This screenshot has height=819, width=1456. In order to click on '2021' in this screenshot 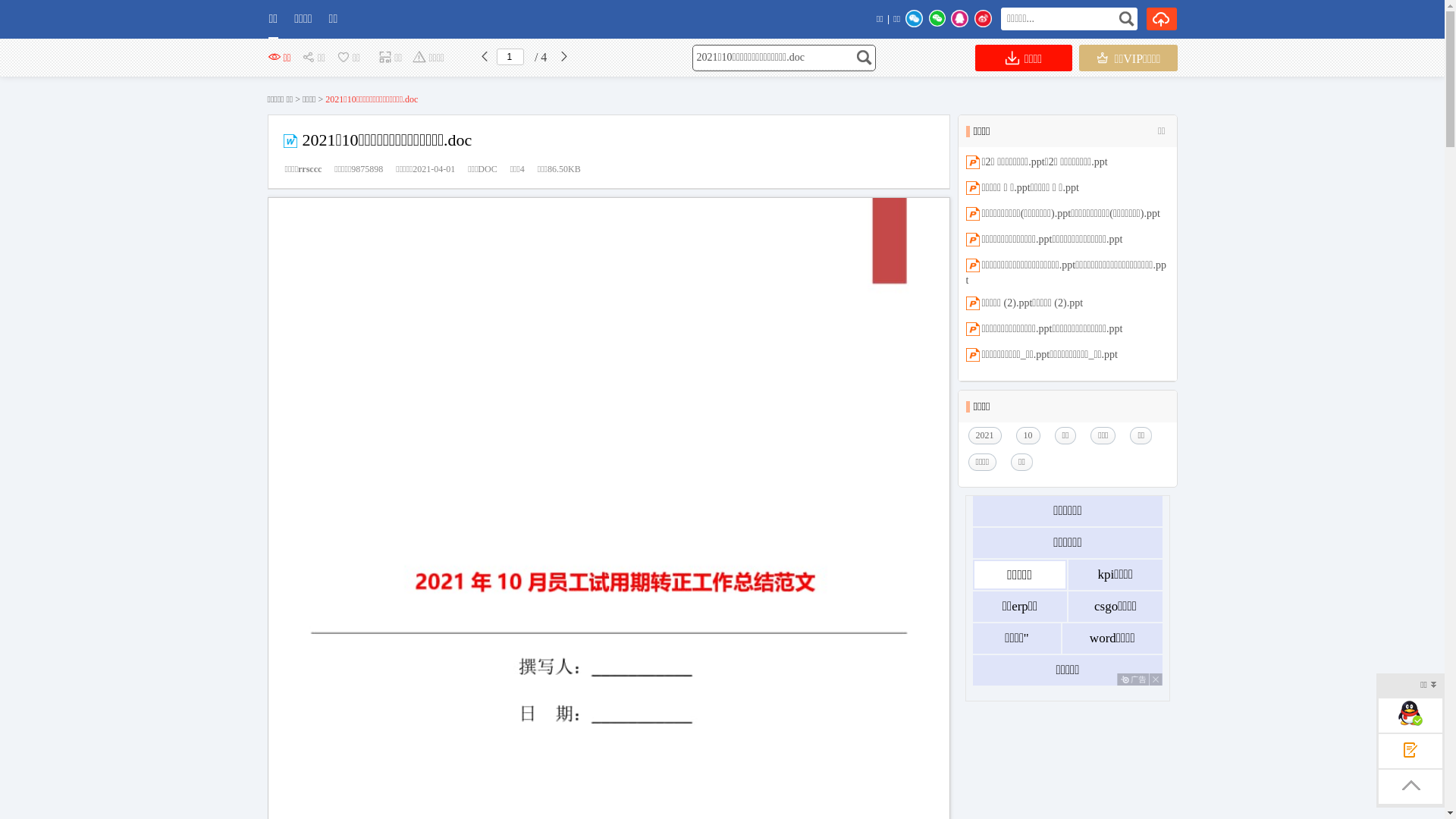, I will do `click(987, 435)`.